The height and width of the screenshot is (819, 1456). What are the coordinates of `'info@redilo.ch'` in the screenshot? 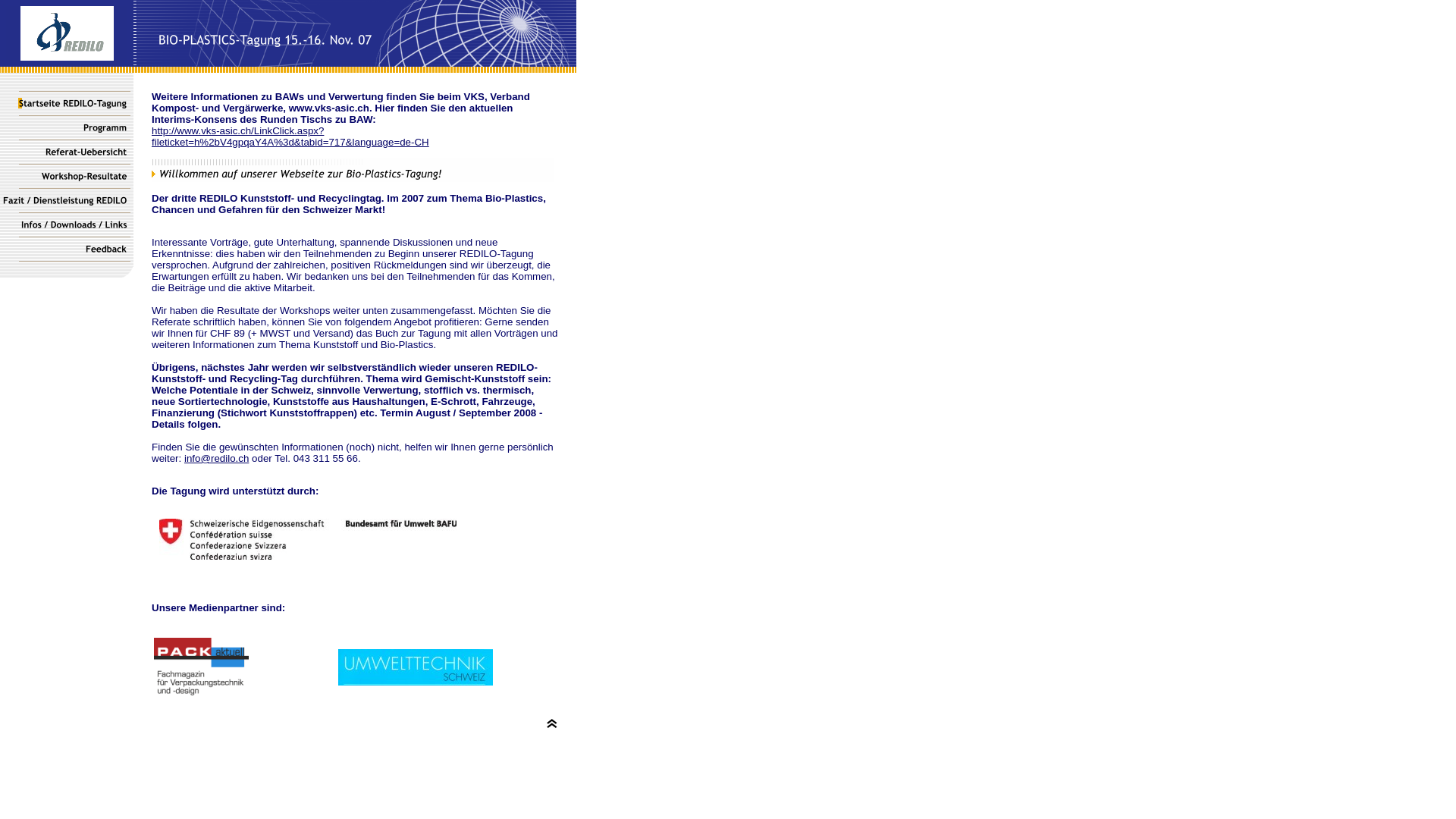 It's located at (215, 457).